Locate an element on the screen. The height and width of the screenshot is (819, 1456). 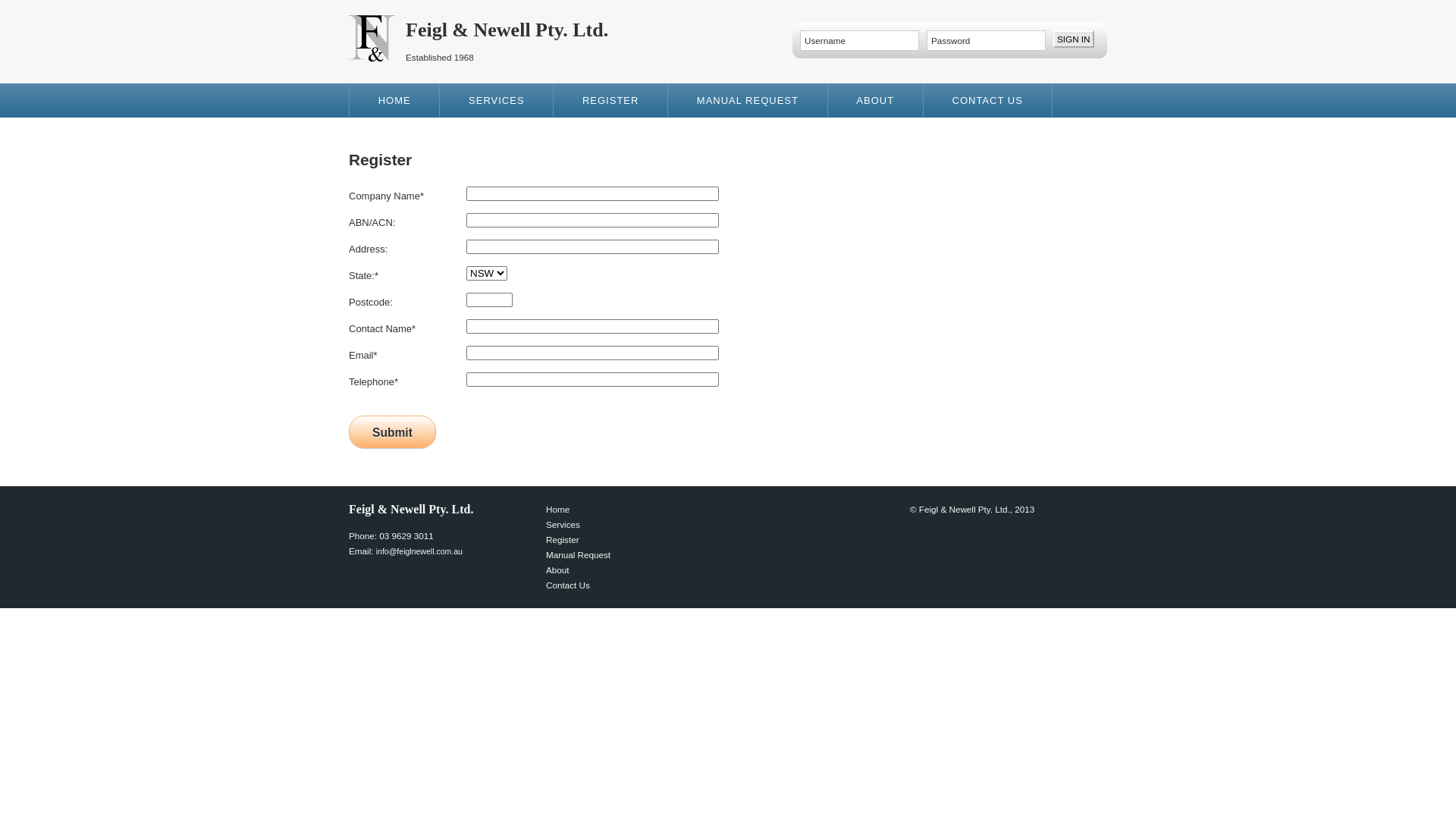
'MANUAL REQUEST' is located at coordinates (748, 99).